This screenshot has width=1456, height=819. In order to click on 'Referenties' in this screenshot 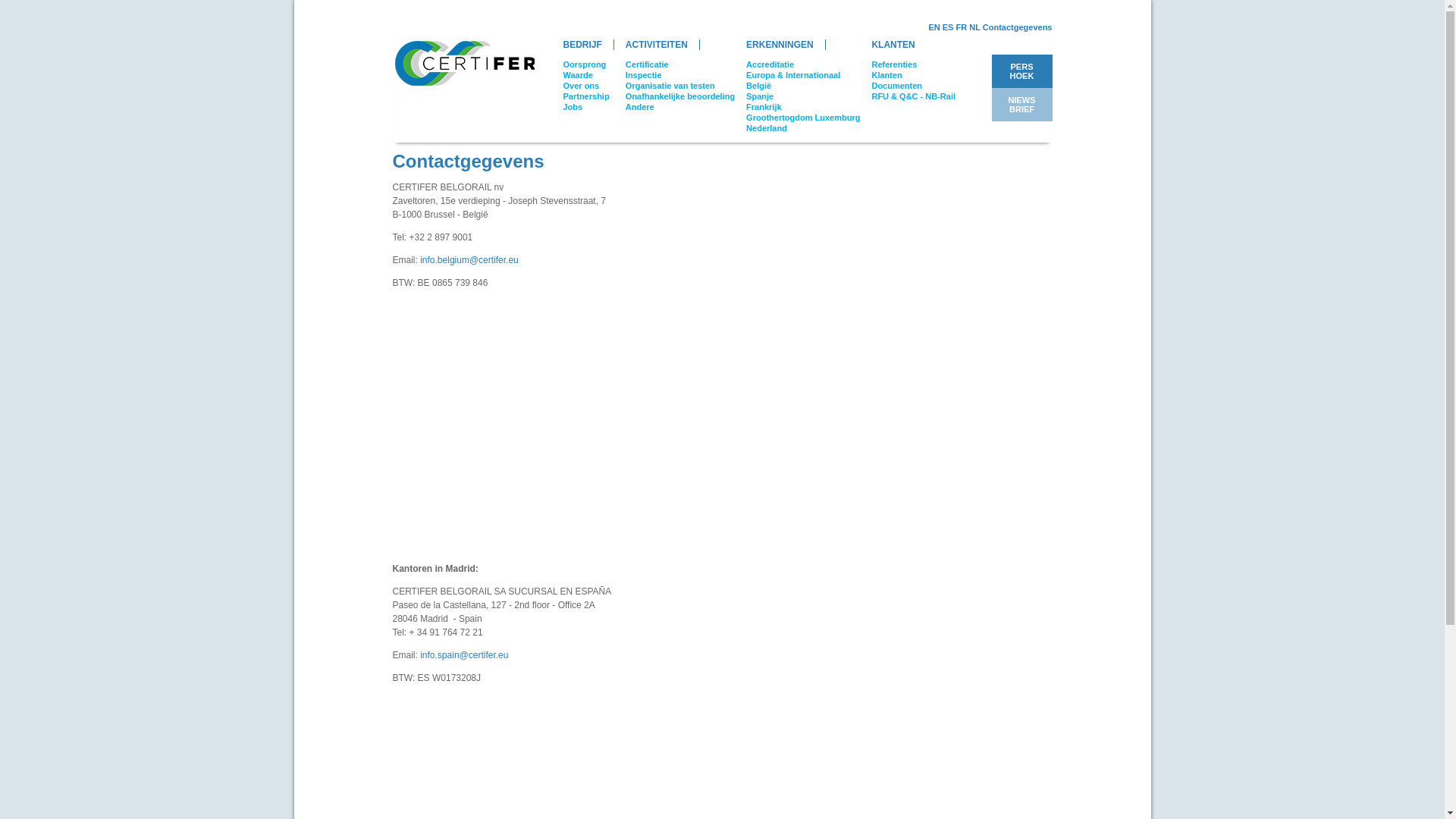, I will do `click(894, 63)`.